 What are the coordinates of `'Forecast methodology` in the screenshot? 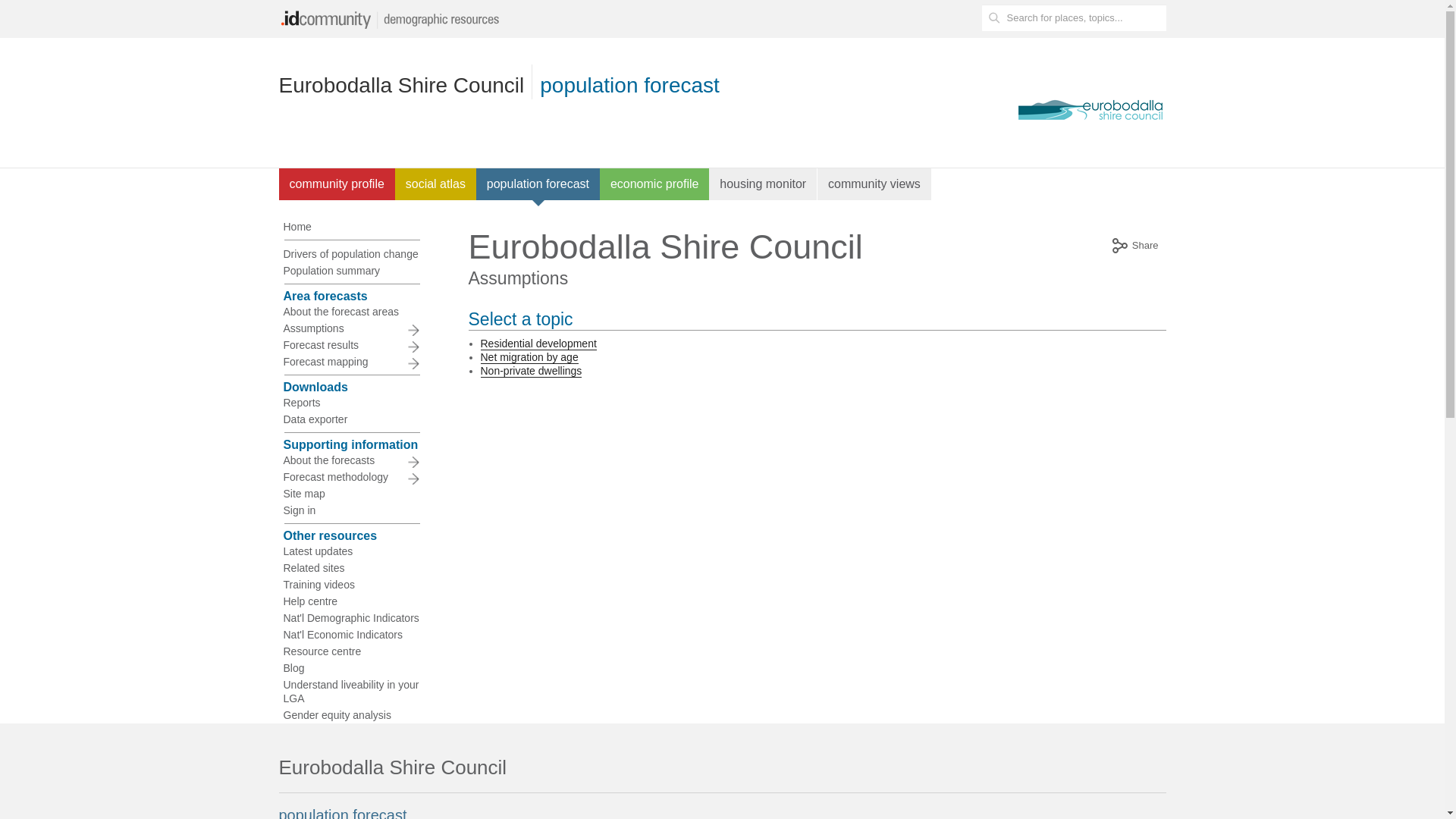 It's located at (350, 475).